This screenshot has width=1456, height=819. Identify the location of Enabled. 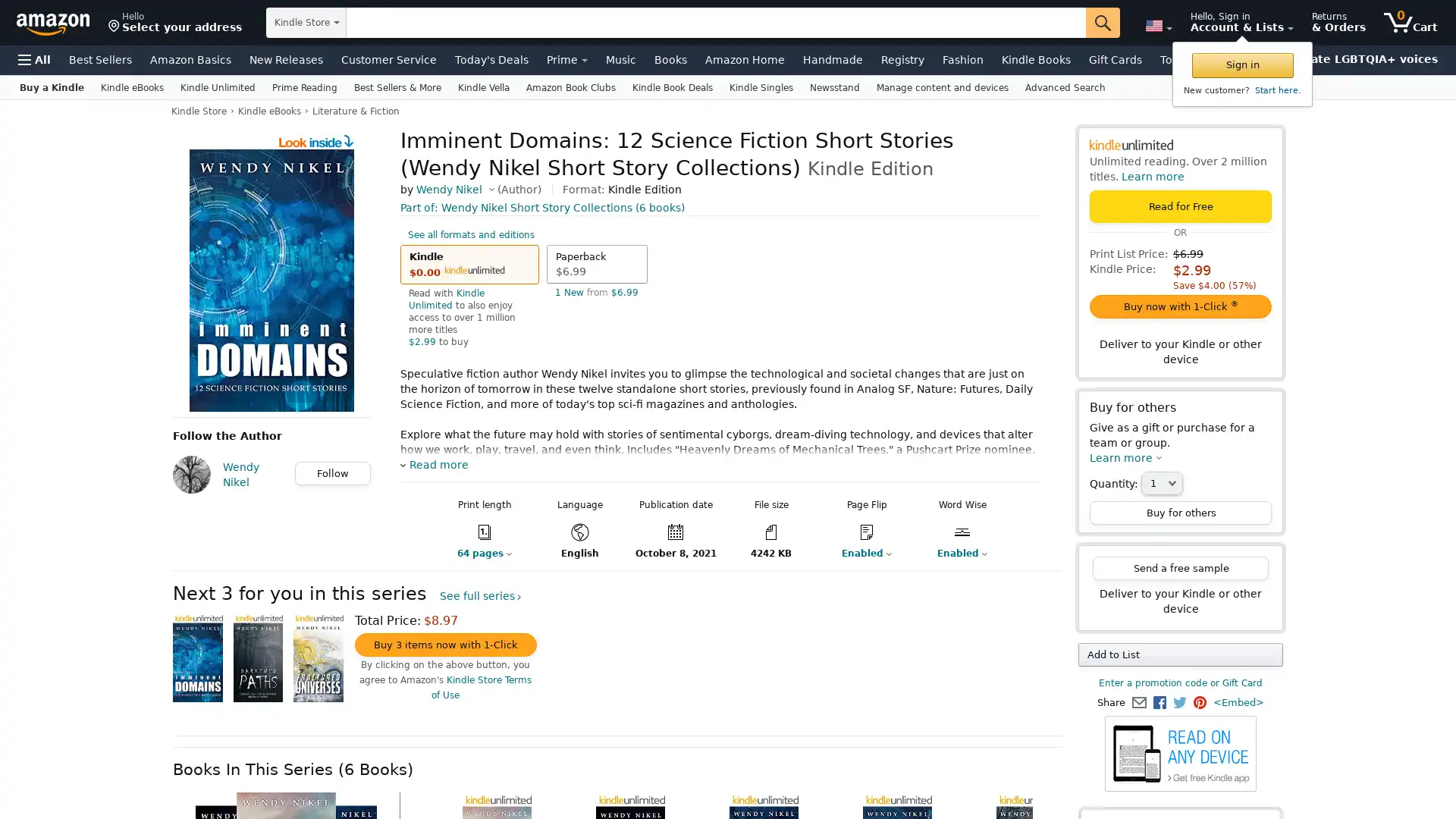
(866, 553).